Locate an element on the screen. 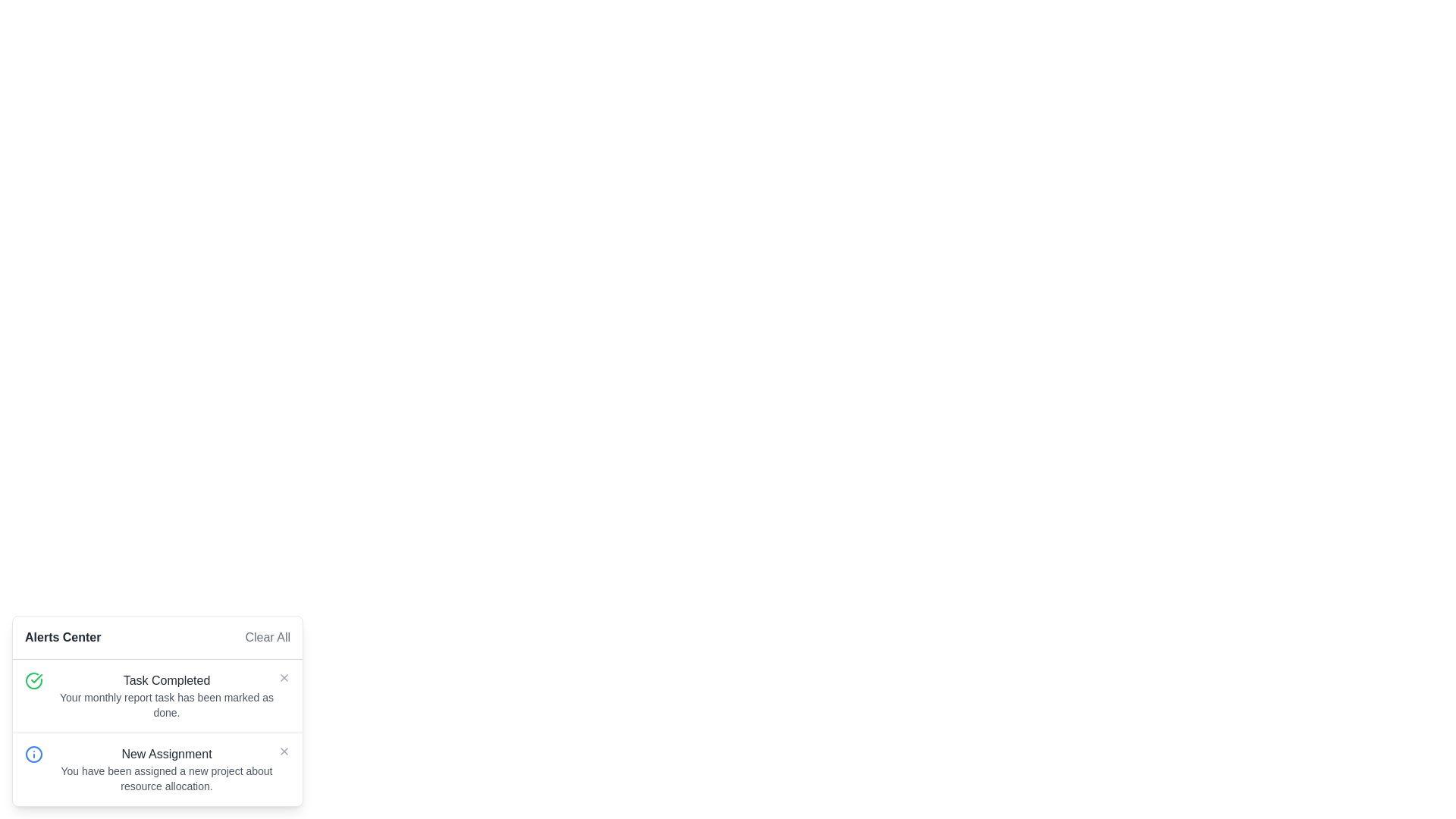 This screenshot has width=1456, height=819. the hyperlink positioned to the right of the 'Alerts Center' element is located at coordinates (268, 637).